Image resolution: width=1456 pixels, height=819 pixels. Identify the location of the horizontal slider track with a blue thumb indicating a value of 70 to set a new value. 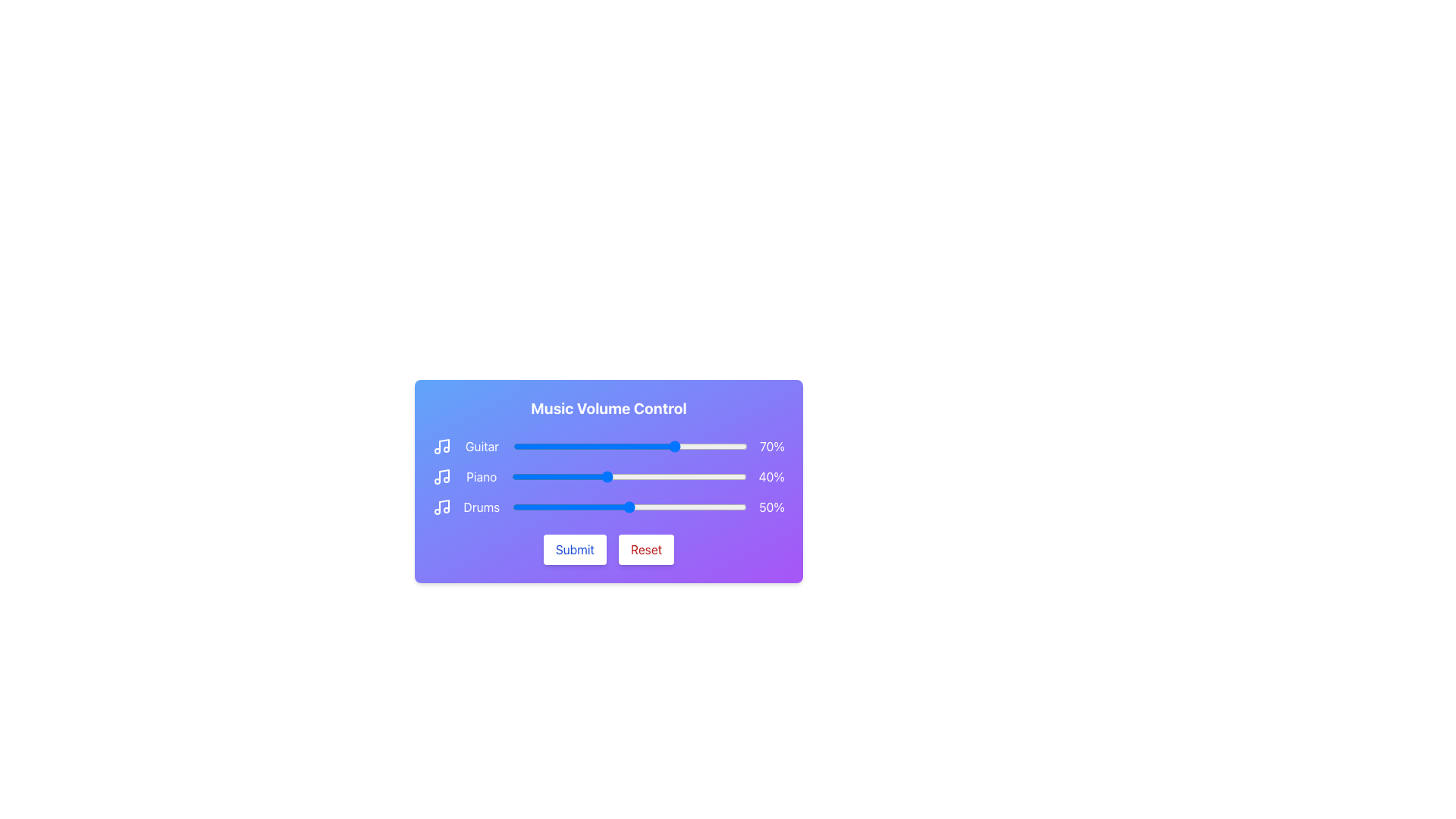
(630, 446).